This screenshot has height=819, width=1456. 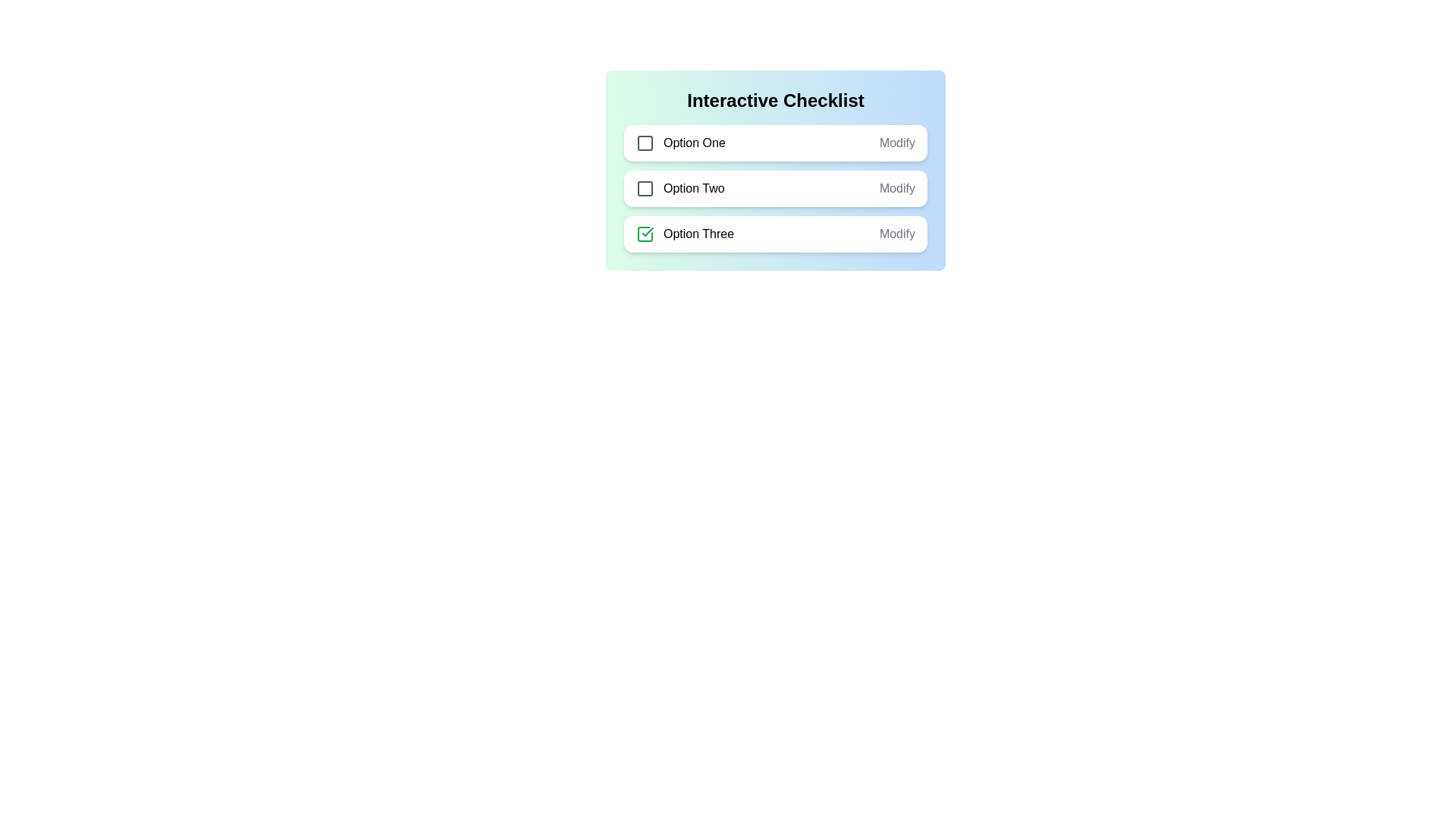 I want to click on the 'Modify' label next to Option Two, so click(x=897, y=188).